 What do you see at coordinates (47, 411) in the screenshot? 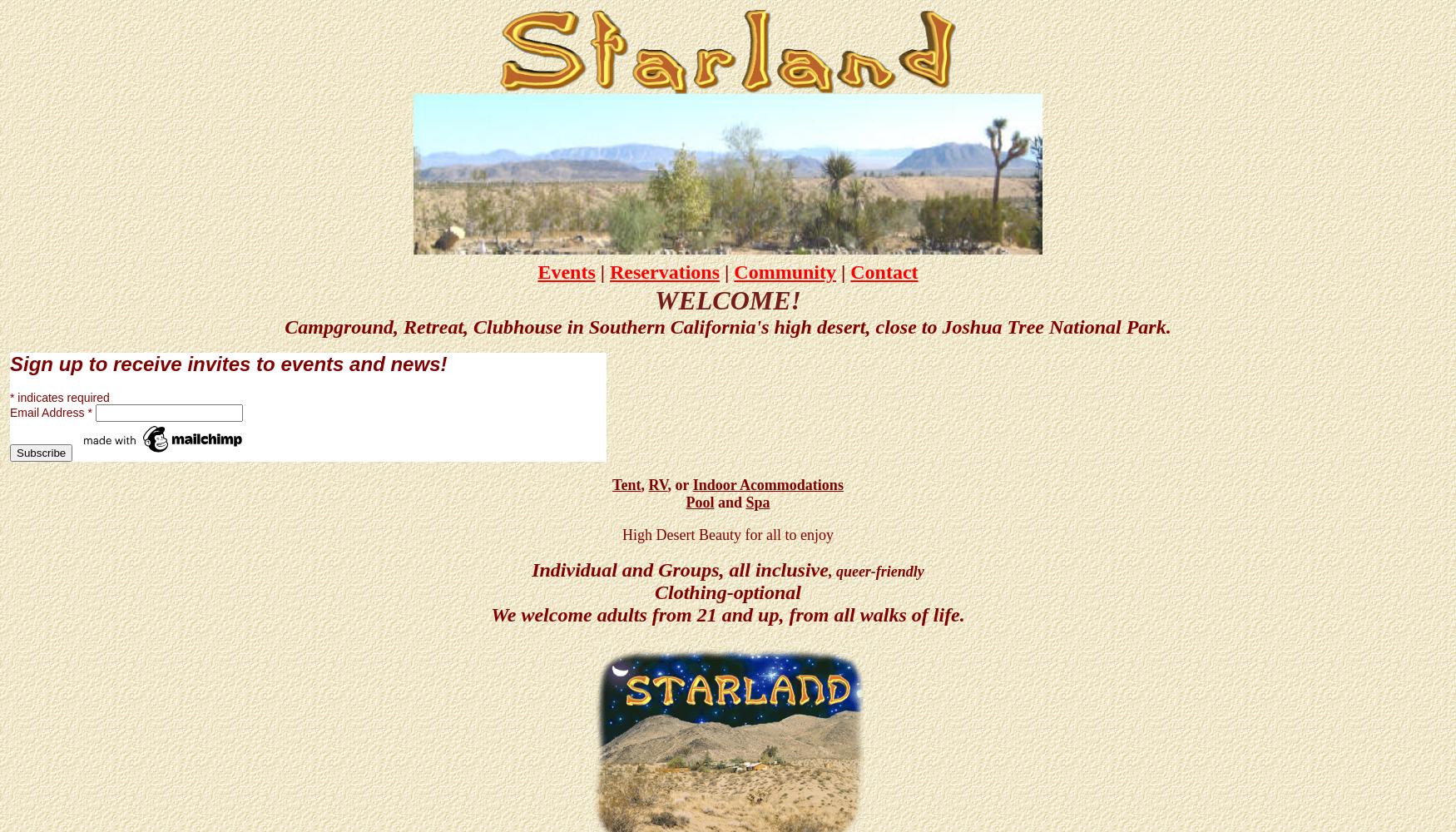
I see `'Email Address'` at bounding box center [47, 411].